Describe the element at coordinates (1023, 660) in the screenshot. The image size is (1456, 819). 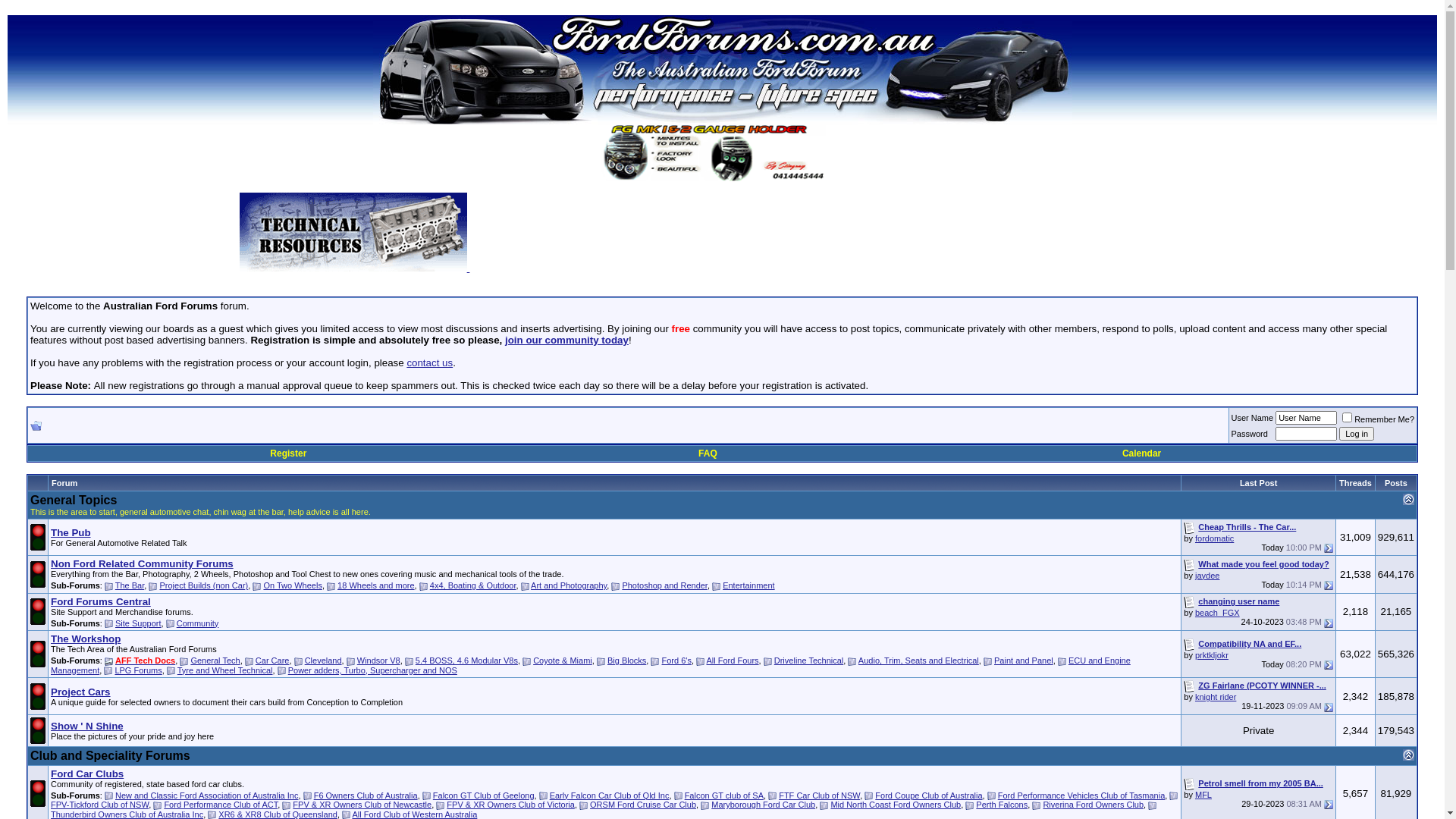
I see `'Paint and Panel'` at that location.